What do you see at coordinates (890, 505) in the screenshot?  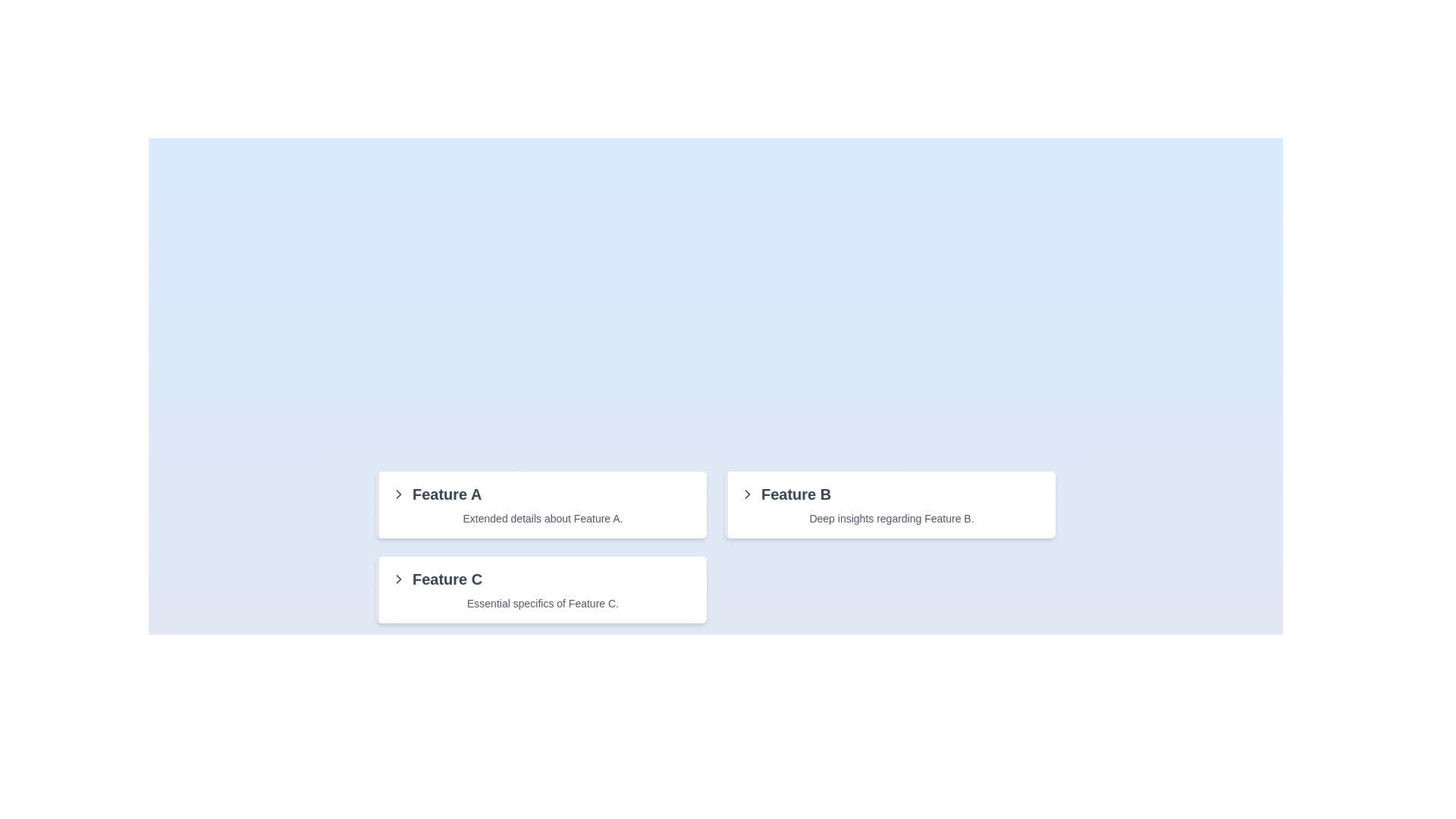 I see `the clickable card that reveals more information related to 'Feature B', located at the top-right of the section in a grid layout` at bounding box center [890, 505].